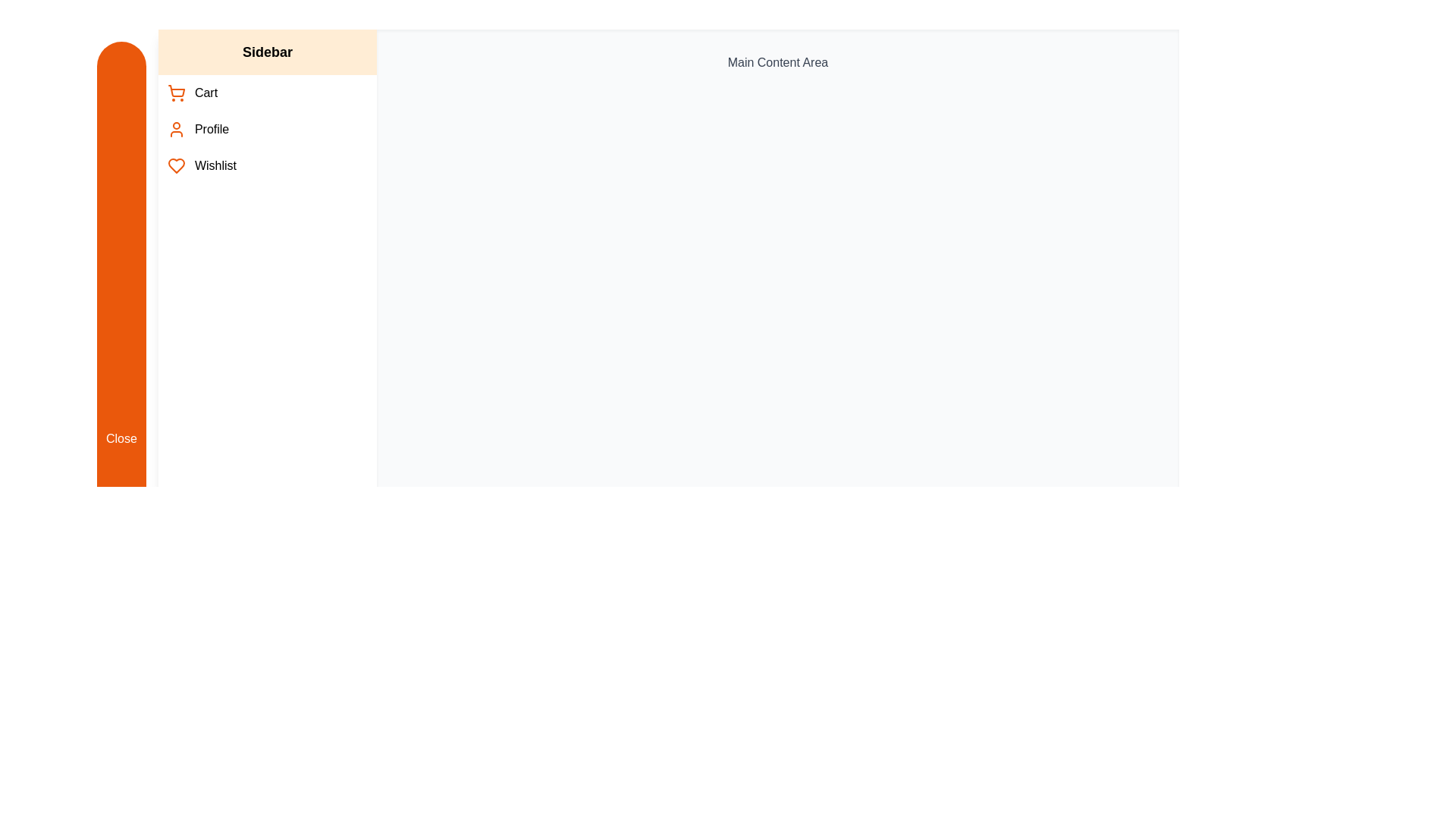  What do you see at coordinates (175, 128) in the screenshot?
I see `the icon next to Profile in the sidebar` at bounding box center [175, 128].